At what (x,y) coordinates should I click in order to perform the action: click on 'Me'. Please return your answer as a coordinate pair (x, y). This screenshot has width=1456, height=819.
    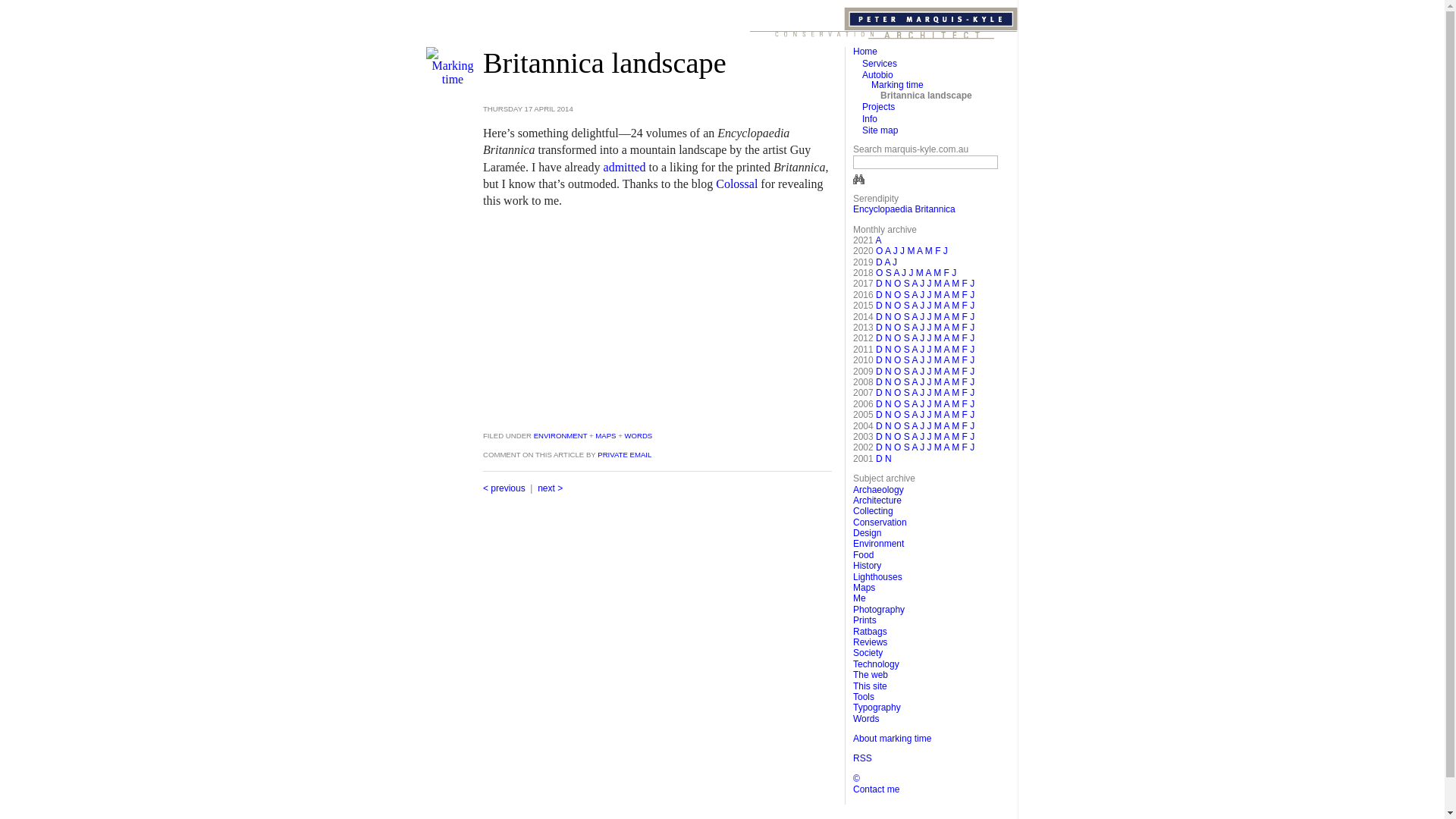
    Looking at the image, I should click on (859, 598).